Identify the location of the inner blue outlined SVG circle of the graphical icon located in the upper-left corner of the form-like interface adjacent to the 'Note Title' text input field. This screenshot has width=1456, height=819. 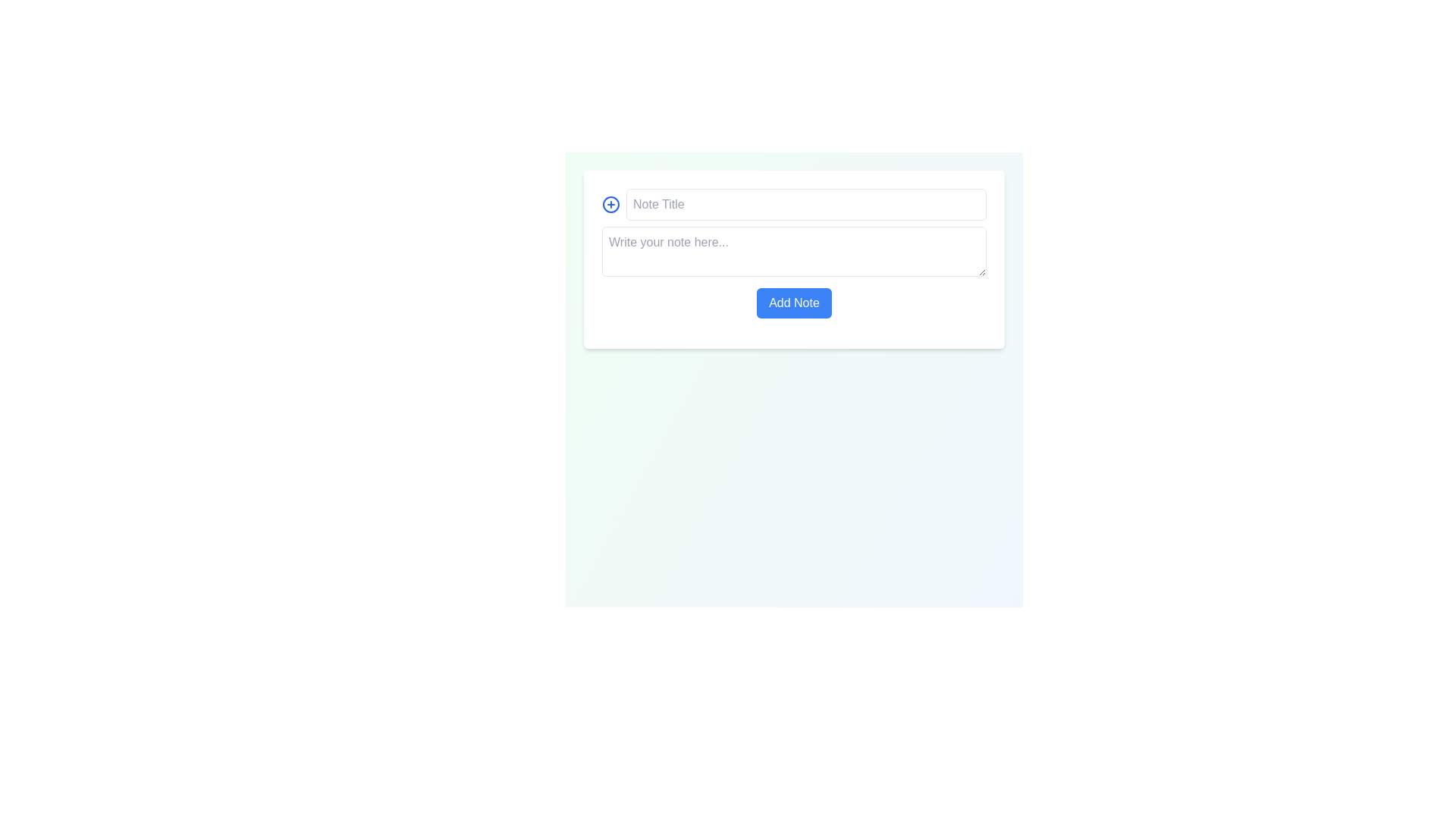
(611, 205).